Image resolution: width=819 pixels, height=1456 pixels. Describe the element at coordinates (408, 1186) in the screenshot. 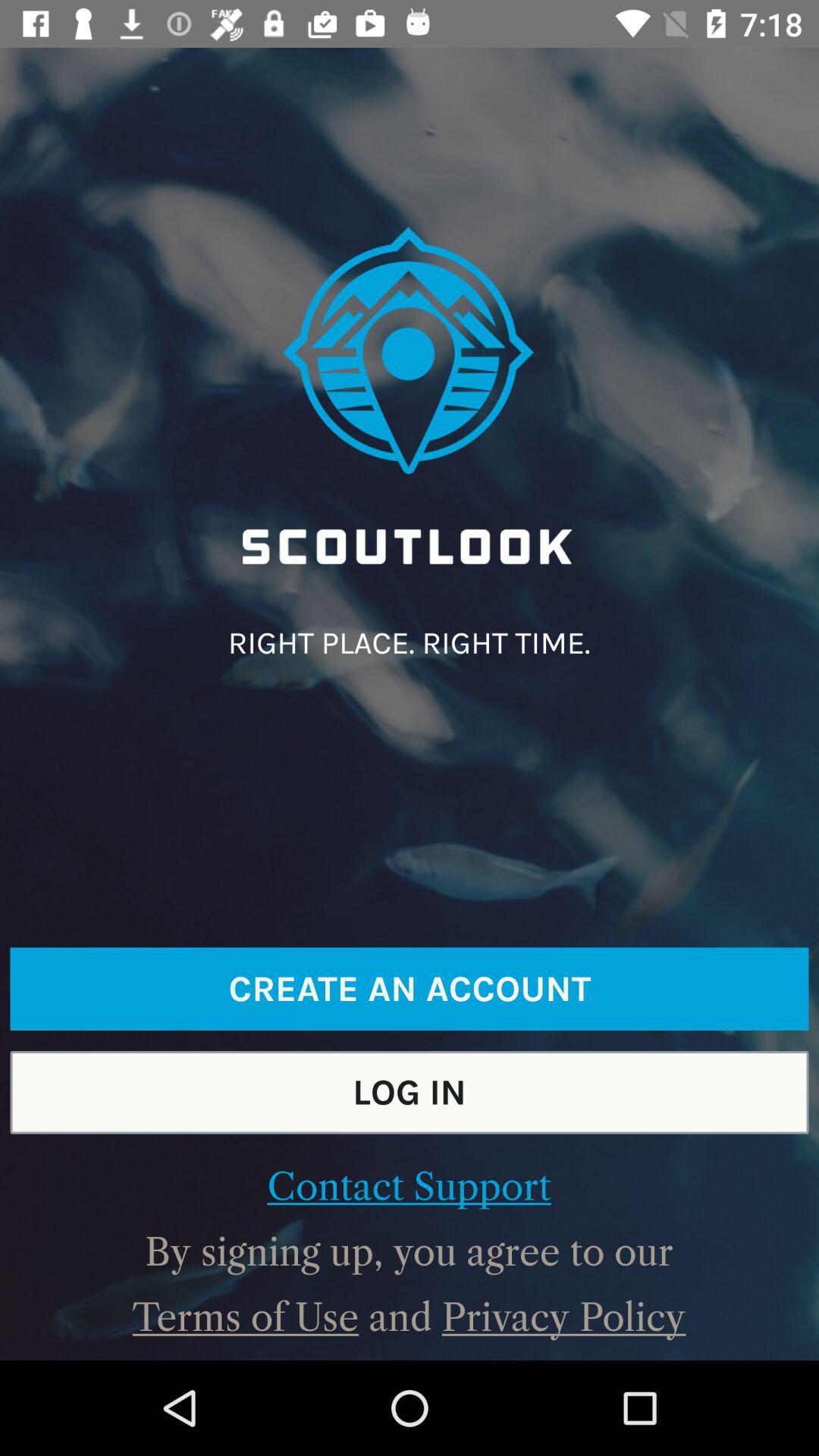

I see `icon above the by signing up icon` at that location.